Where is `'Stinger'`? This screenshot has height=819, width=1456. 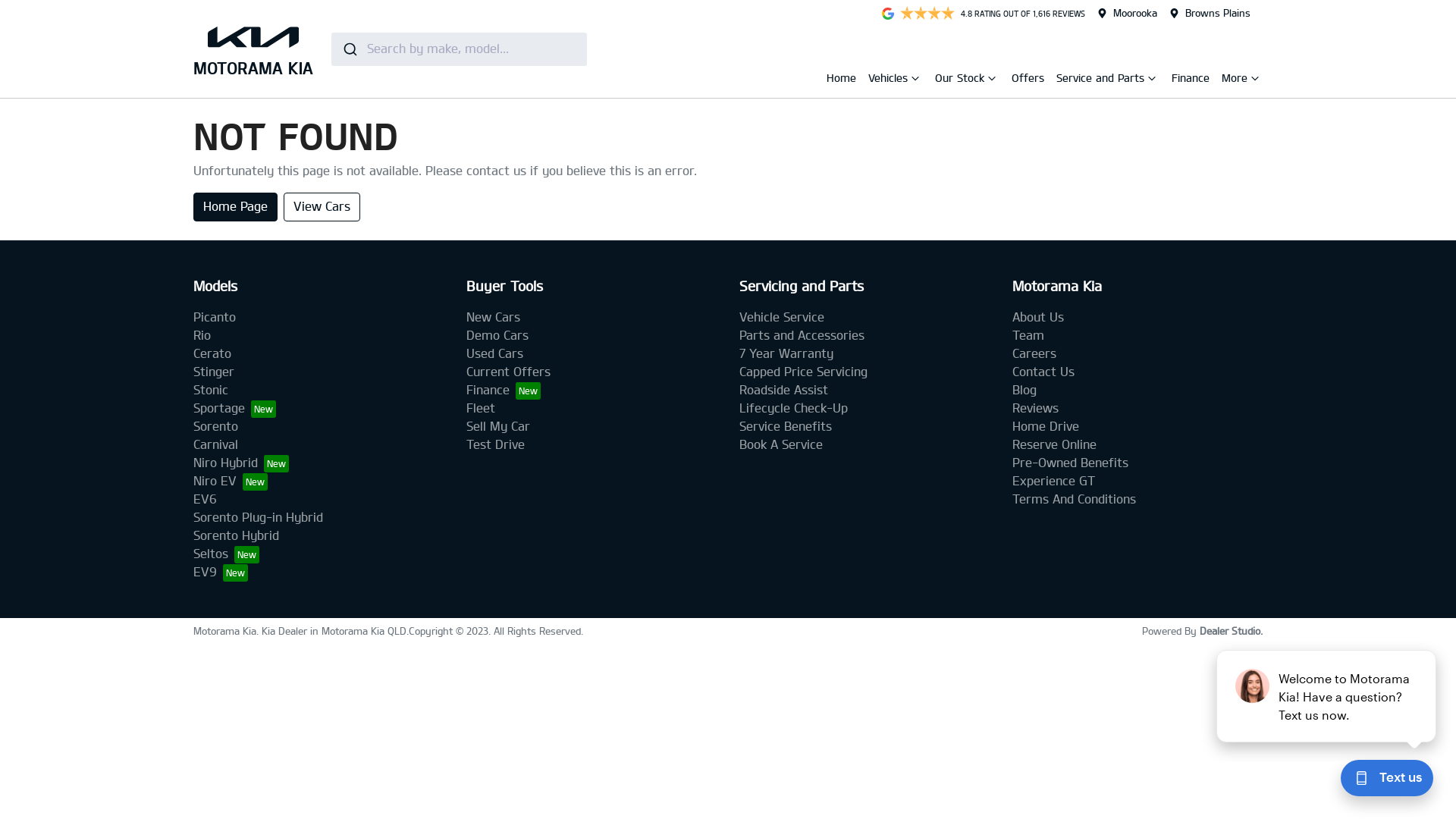 'Stinger' is located at coordinates (213, 372).